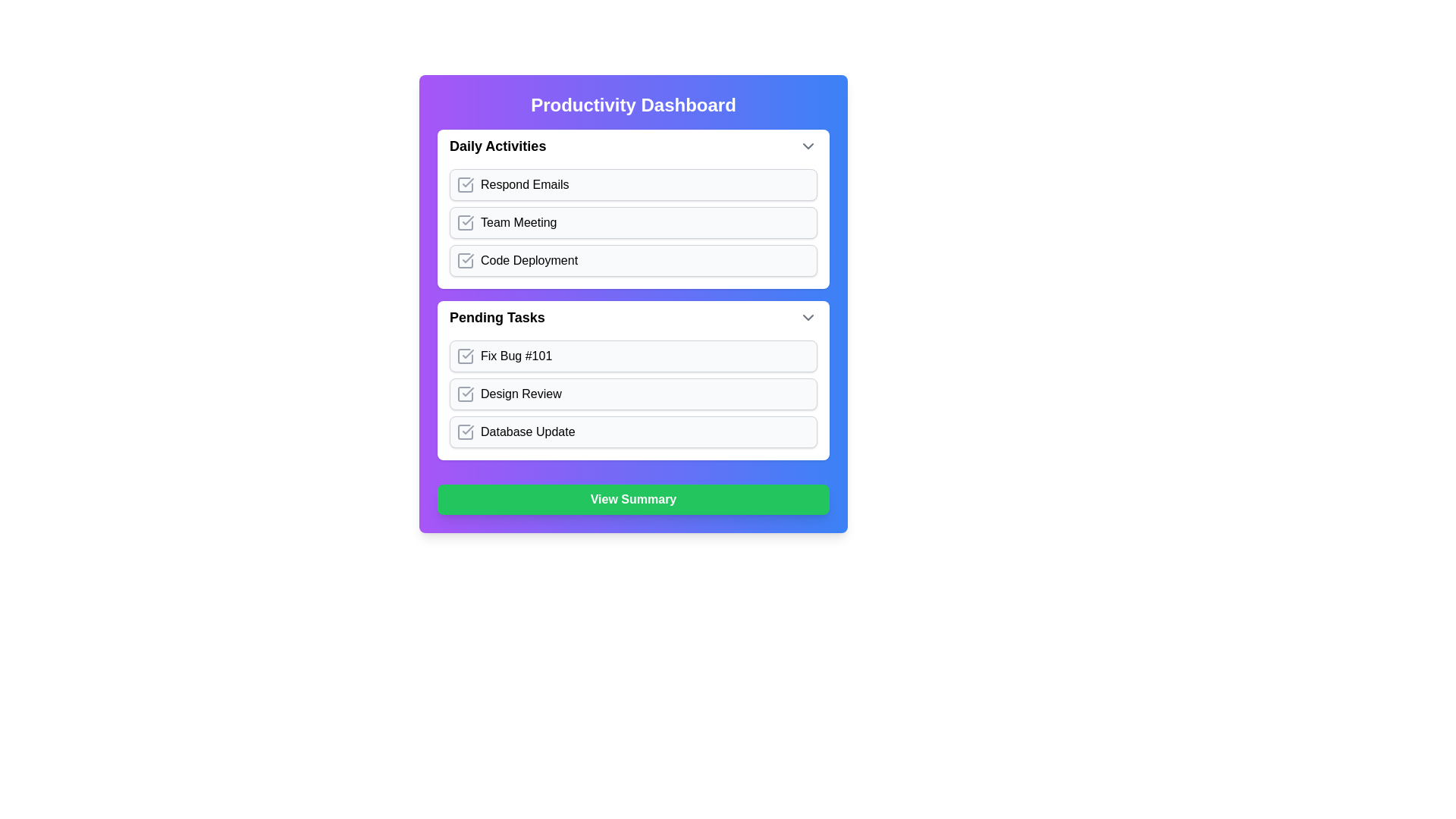 Image resolution: width=1456 pixels, height=819 pixels. What do you see at coordinates (465, 184) in the screenshot?
I see `the checkbox outline in the first row of the 'Daily Activities' section, which is located to the left of the label 'Respond Emails'` at bounding box center [465, 184].